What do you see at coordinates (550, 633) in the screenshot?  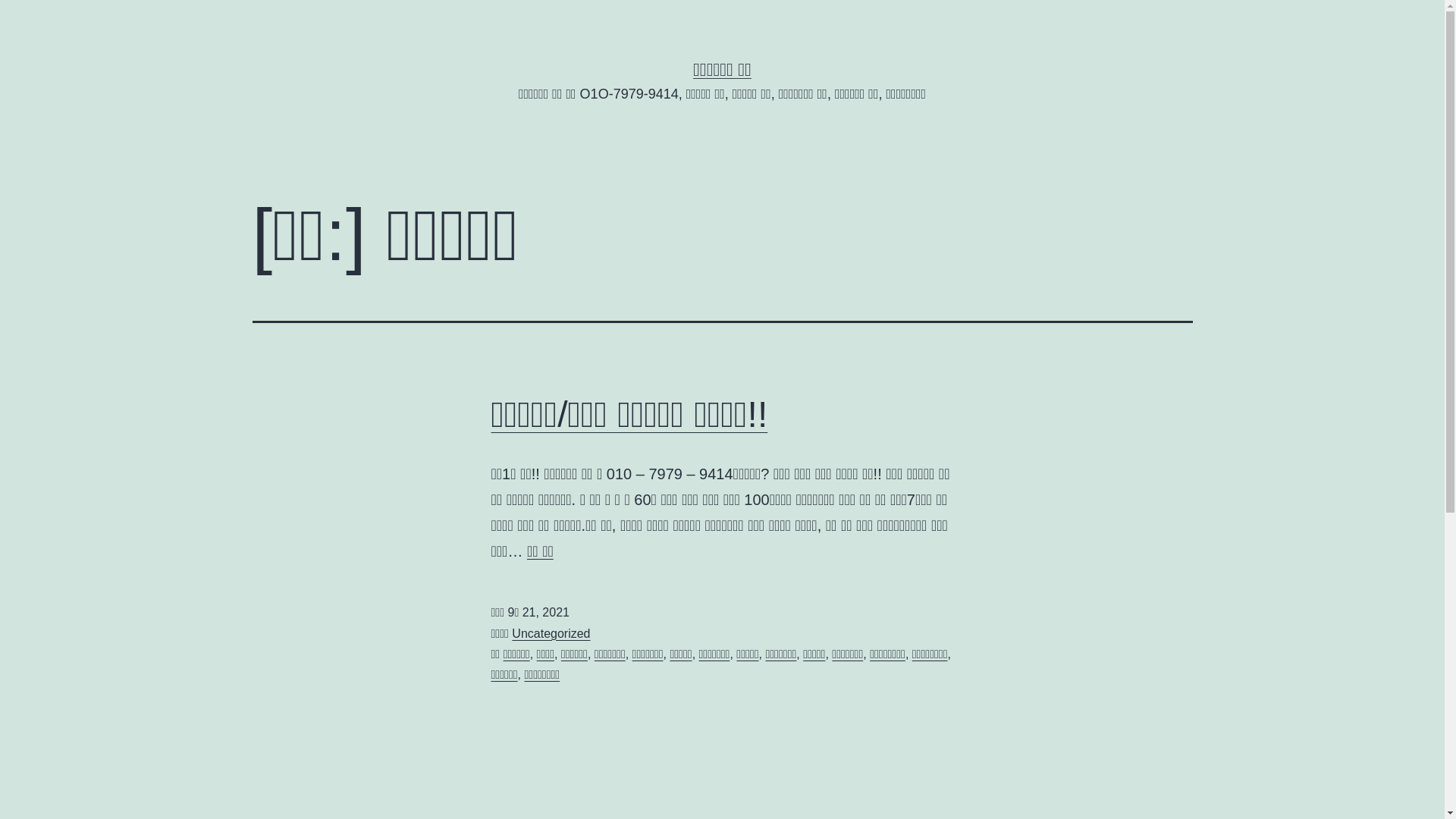 I see `'Uncategorized'` at bounding box center [550, 633].